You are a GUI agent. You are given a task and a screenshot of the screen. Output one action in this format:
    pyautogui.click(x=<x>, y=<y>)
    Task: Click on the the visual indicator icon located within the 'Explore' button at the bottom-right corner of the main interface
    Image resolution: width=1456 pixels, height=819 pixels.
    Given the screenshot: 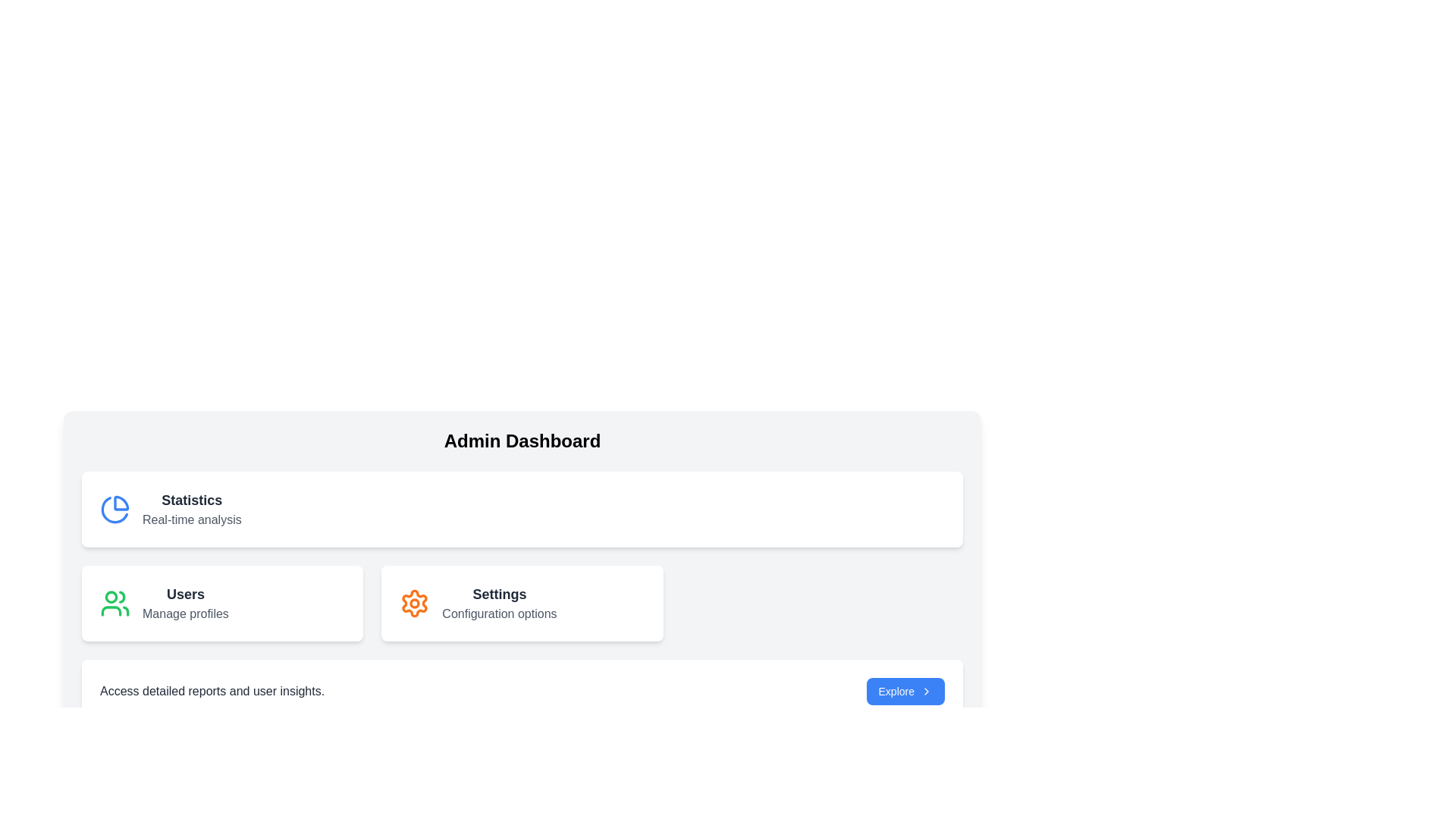 What is the action you would take?
    pyautogui.click(x=926, y=691)
    